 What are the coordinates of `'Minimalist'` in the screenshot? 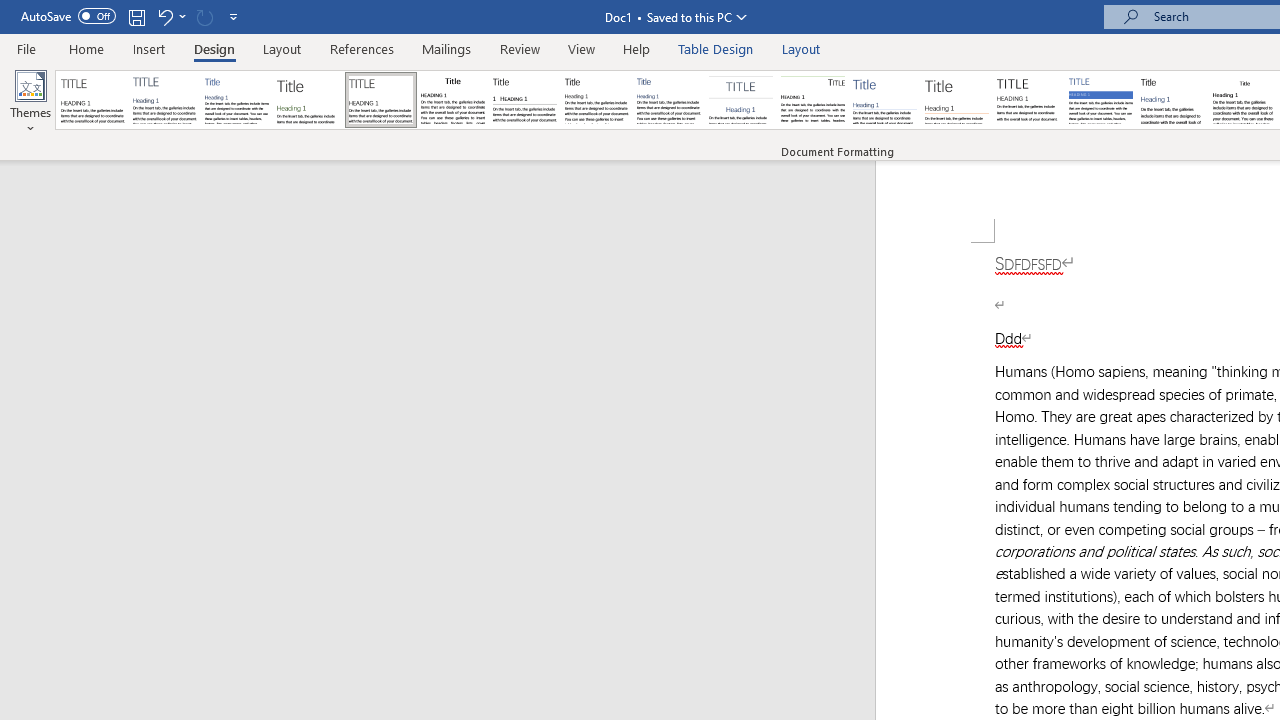 It's located at (1029, 100).